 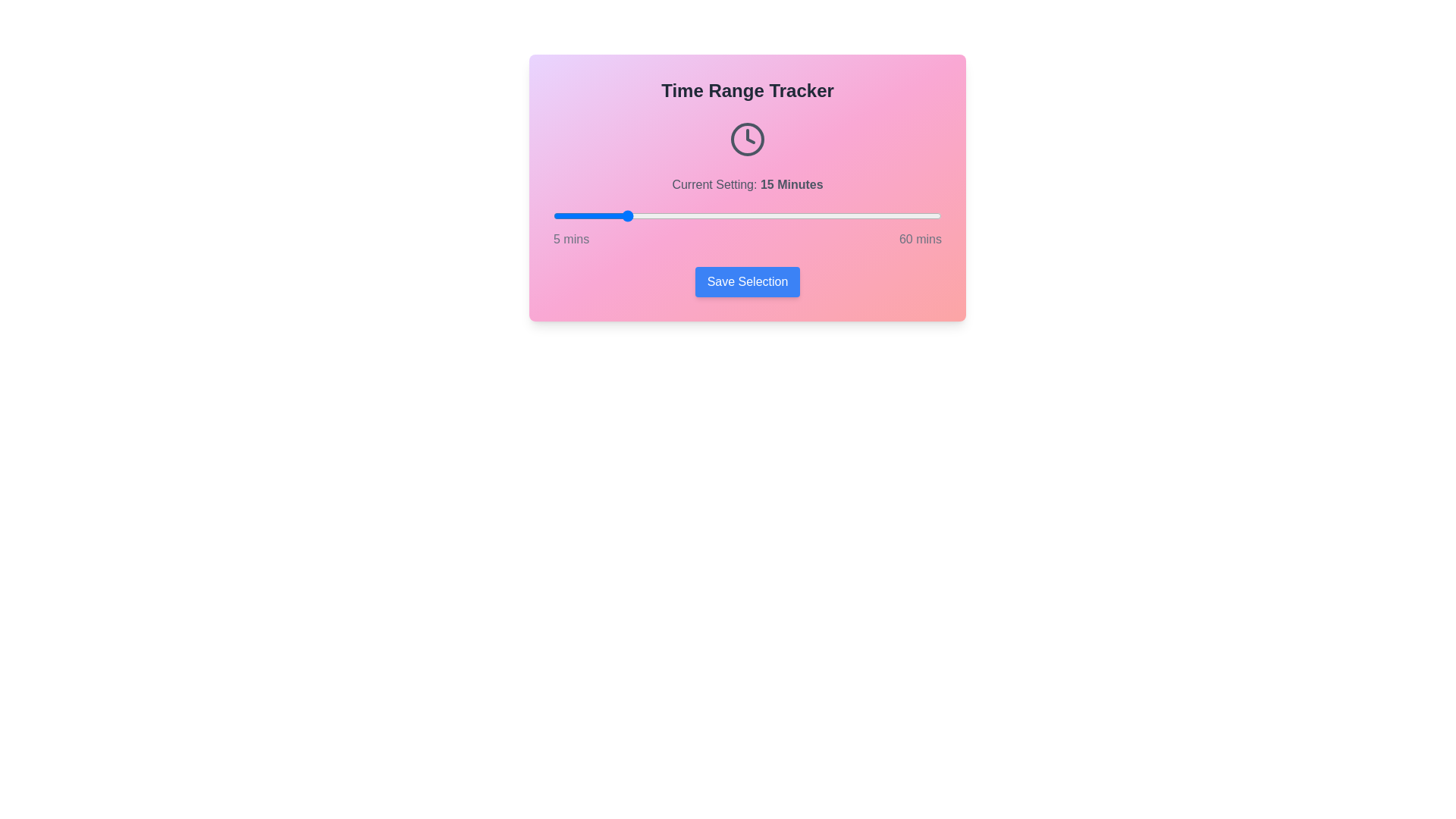 What do you see at coordinates (747, 140) in the screenshot?
I see `the clock icon to trigger its functionality` at bounding box center [747, 140].